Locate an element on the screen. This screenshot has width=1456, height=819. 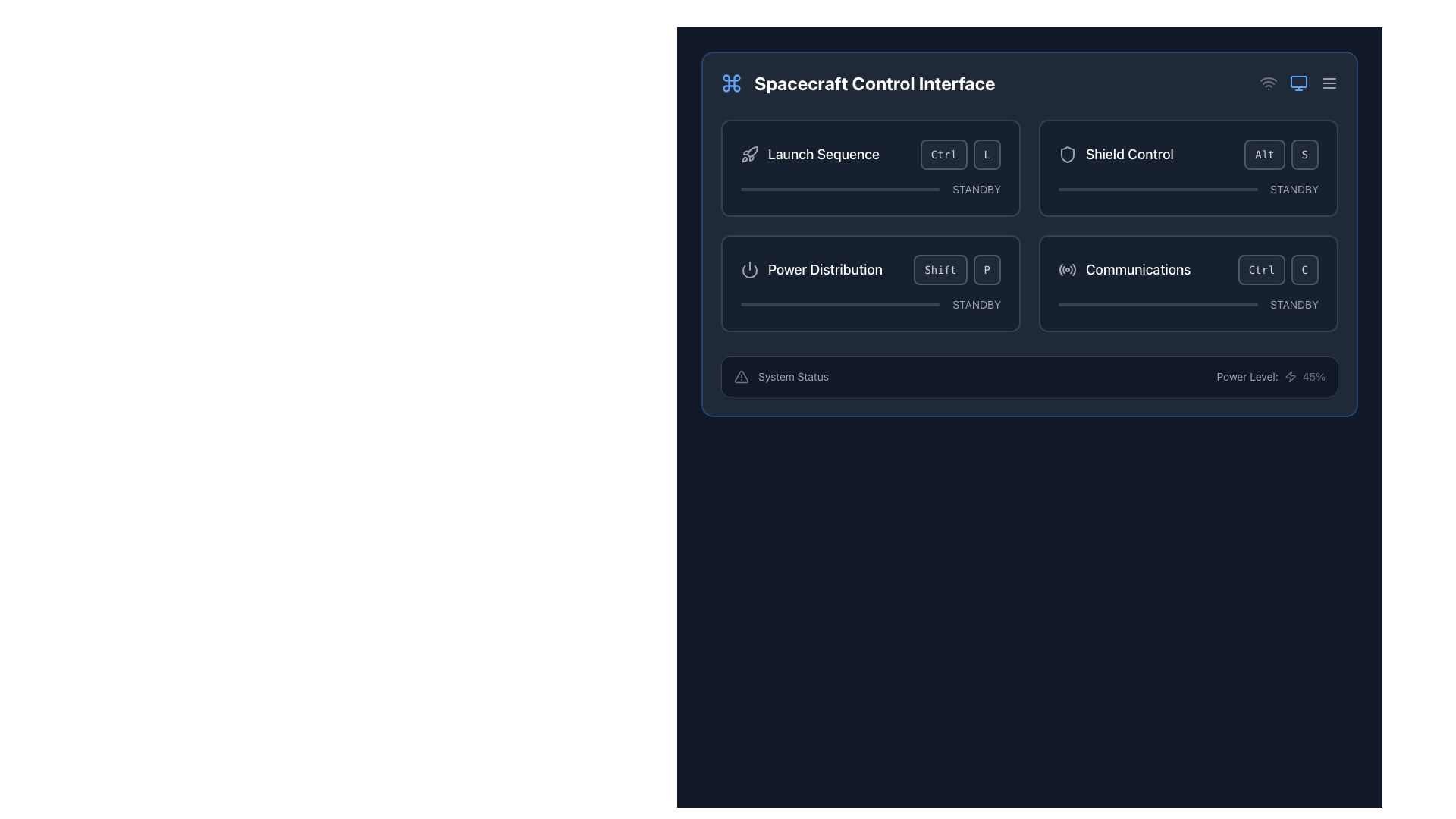
the circular power symbol icon located at the top-left corner of the 'Power Distribution' section, which features a vertical line at the top center and an open circle around it is located at coordinates (749, 268).